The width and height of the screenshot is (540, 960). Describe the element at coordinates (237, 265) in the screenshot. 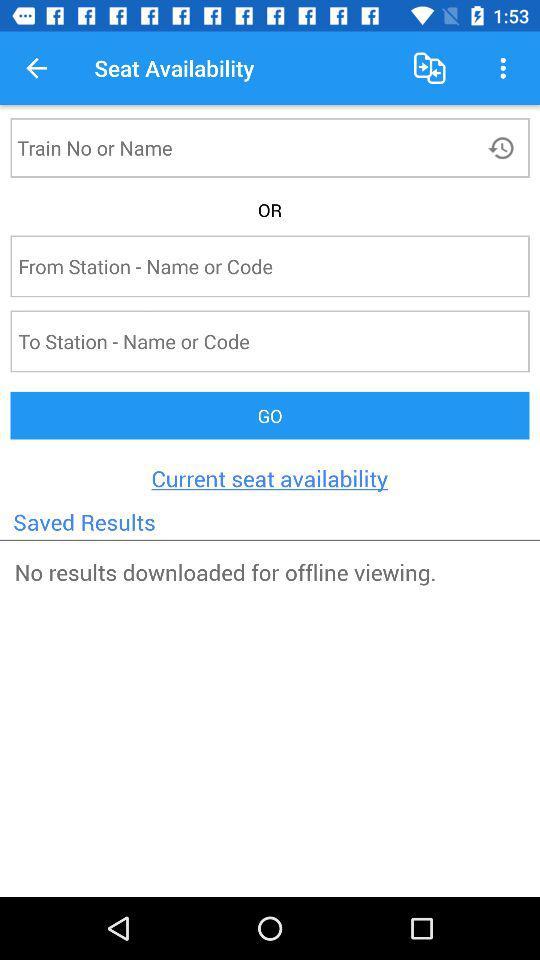

I see `station information` at that location.